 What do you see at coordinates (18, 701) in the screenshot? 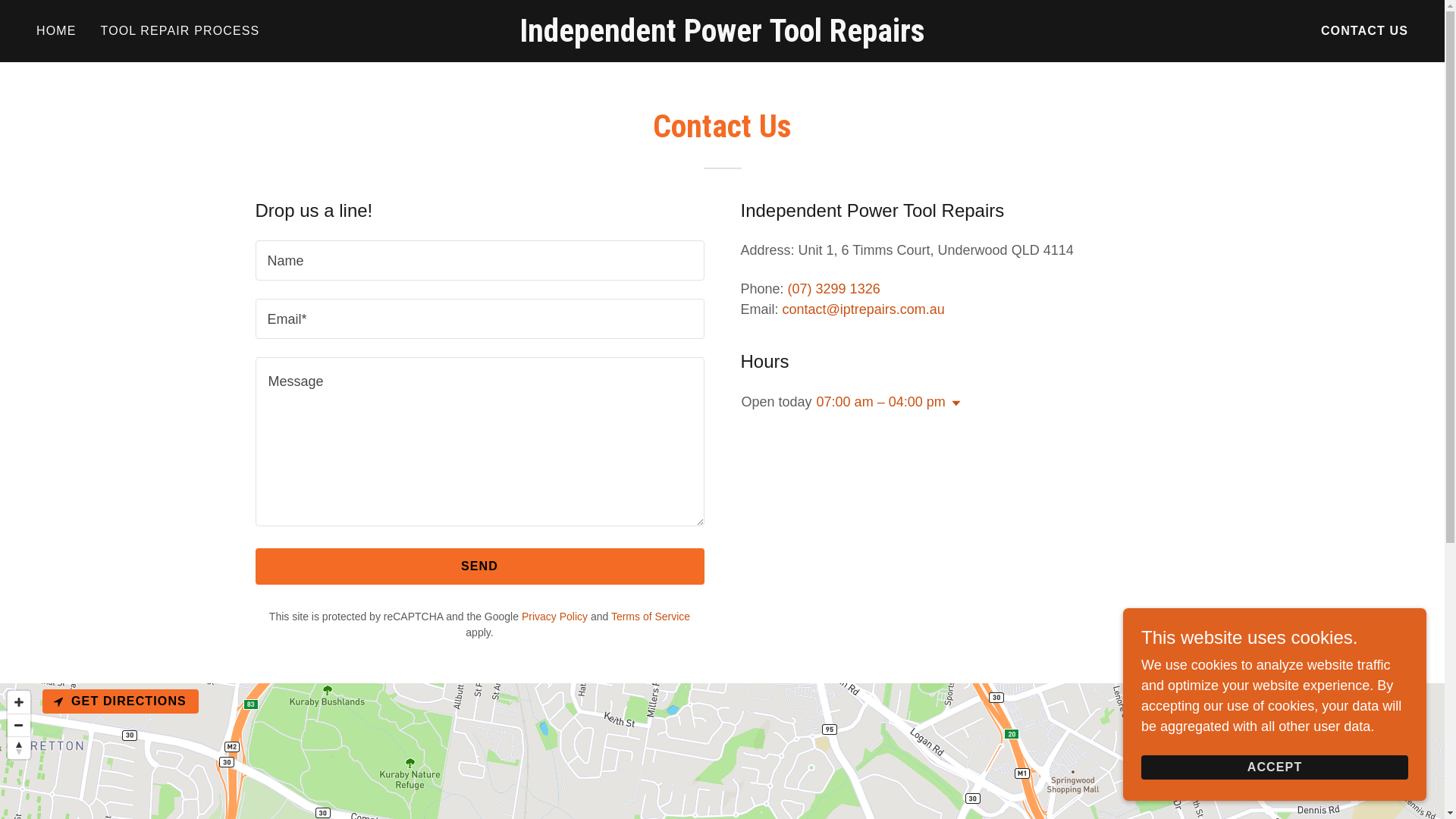
I see `'Zoom in'` at bounding box center [18, 701].